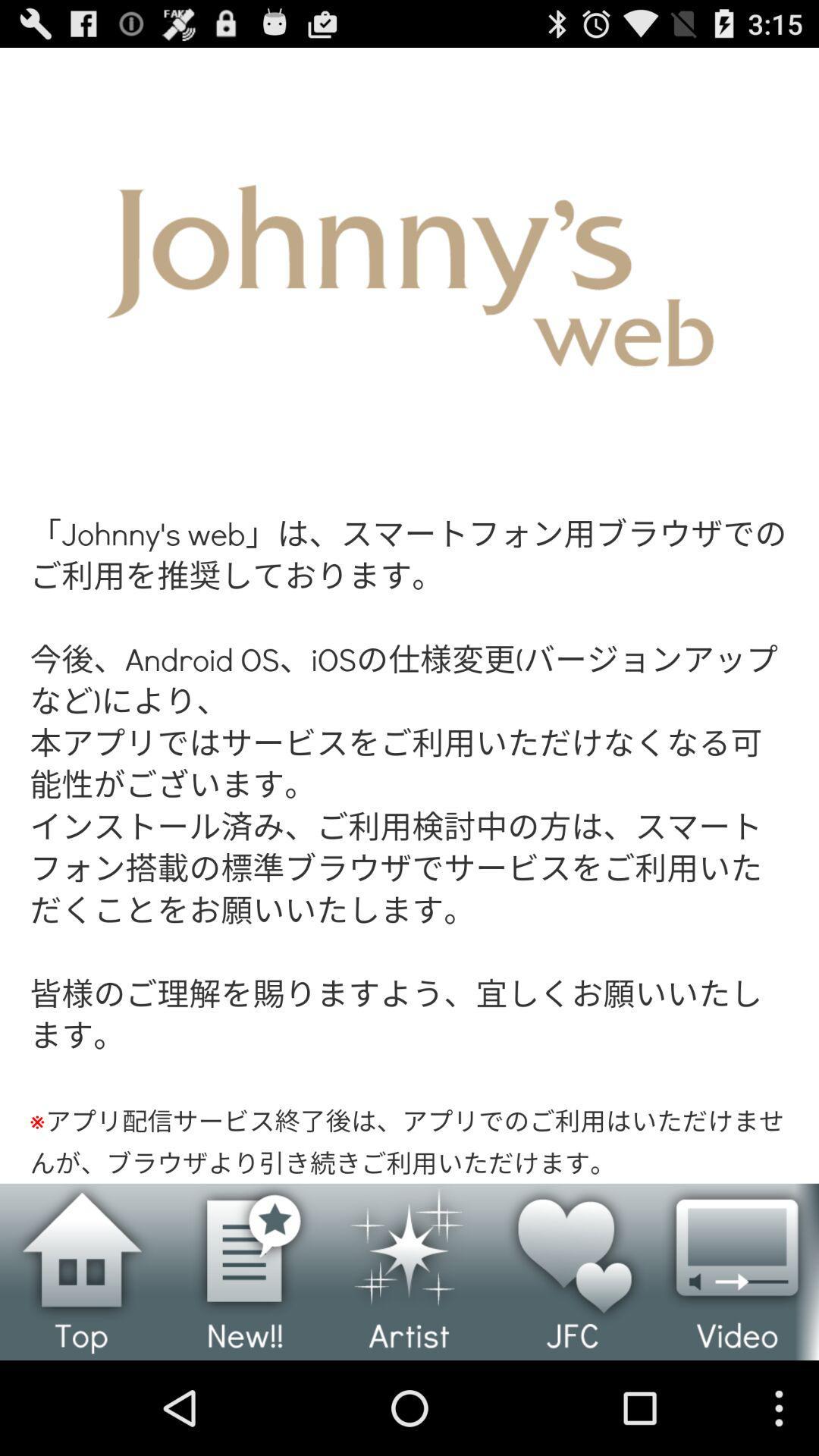 The width and height of the screenshot is (819, 1456). Describe the element at coordinates (736, 1361) in the screenshot. I see `the chat icon` at that location.